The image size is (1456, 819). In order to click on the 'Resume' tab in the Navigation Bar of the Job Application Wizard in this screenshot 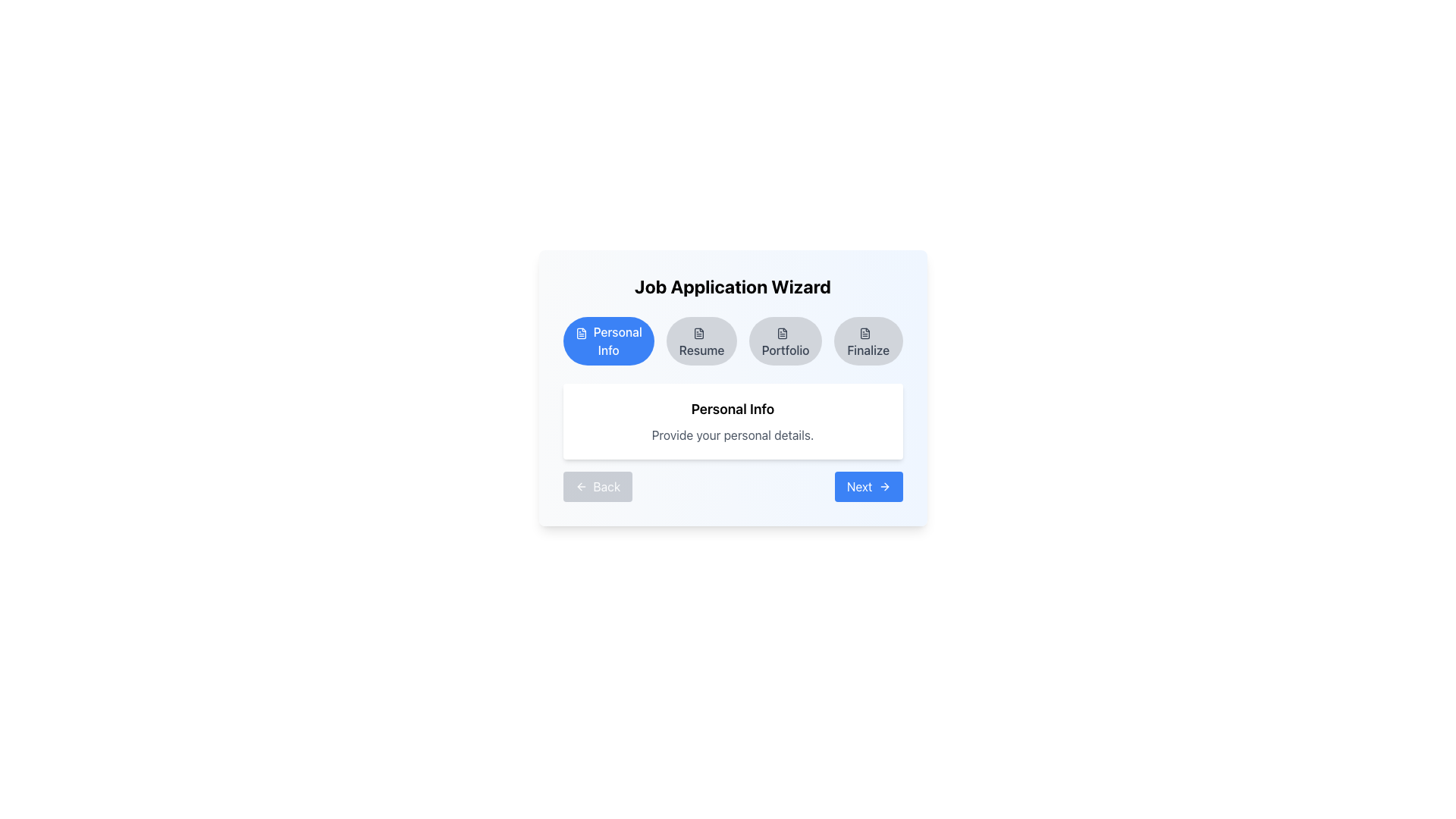, I will do `click(733, 341)`.